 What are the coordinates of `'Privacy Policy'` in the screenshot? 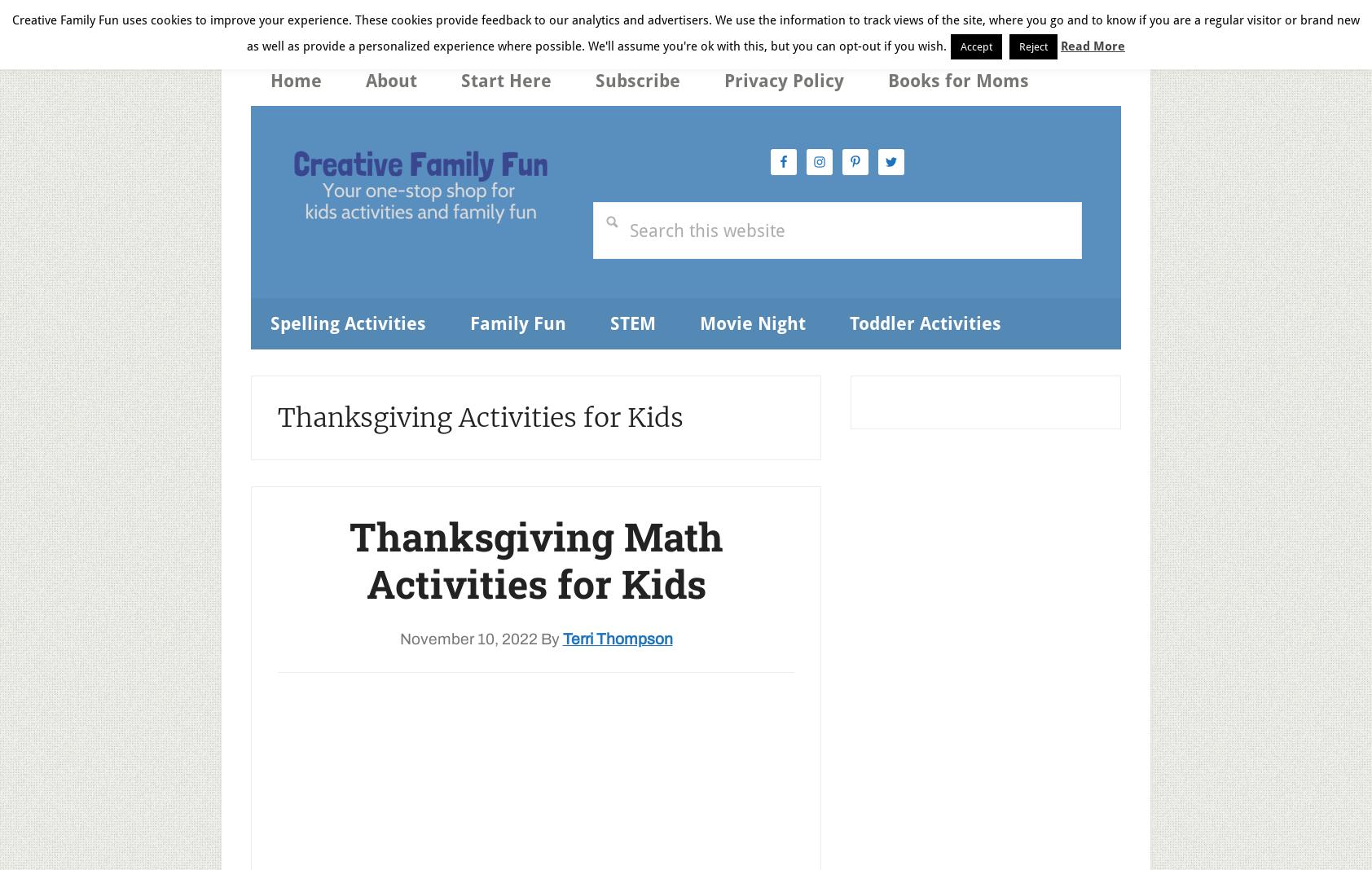 It's located at (783, 80).